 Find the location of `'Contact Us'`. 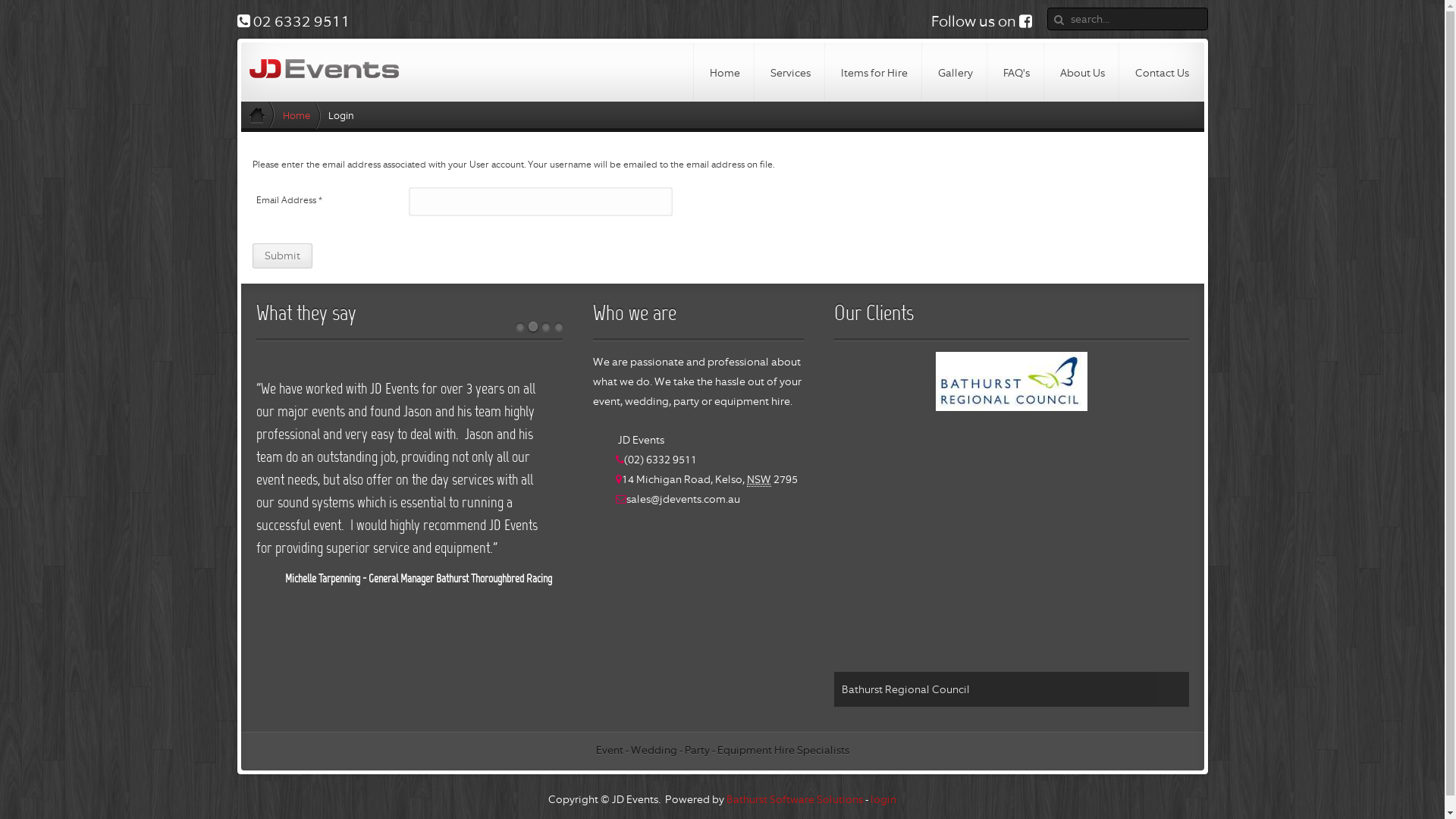

'Contact Us' is located at coordinates (1160, 72).